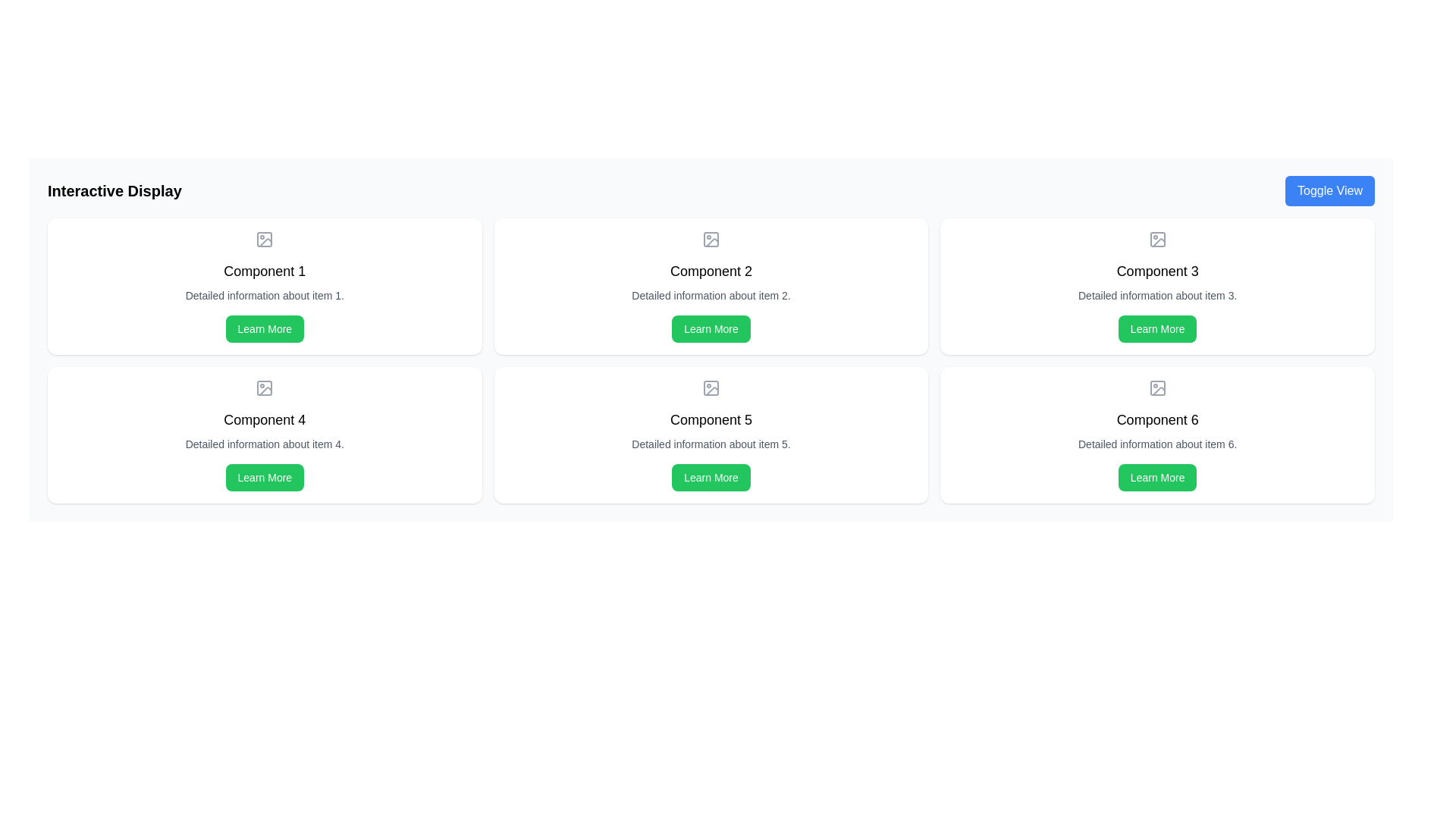  Describe the element at coordinates (710, 239) in the screenshot. I see `top-left corner square of the icon within the card labeled 'Component 2' located in the top row, second column of the grid` at that location.